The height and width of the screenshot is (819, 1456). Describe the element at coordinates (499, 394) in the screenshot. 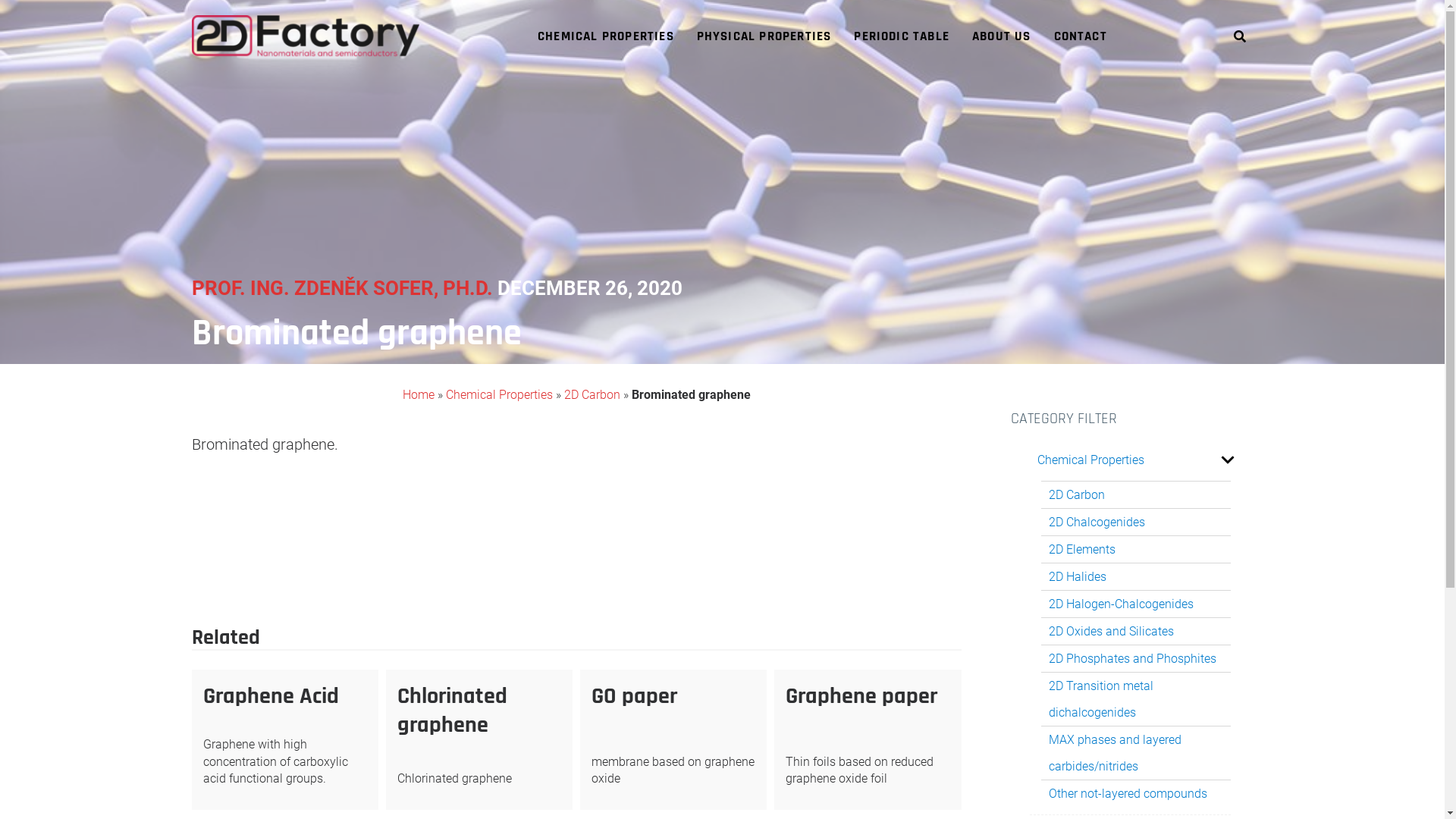

I see `'Chemical Properties'` at that location.